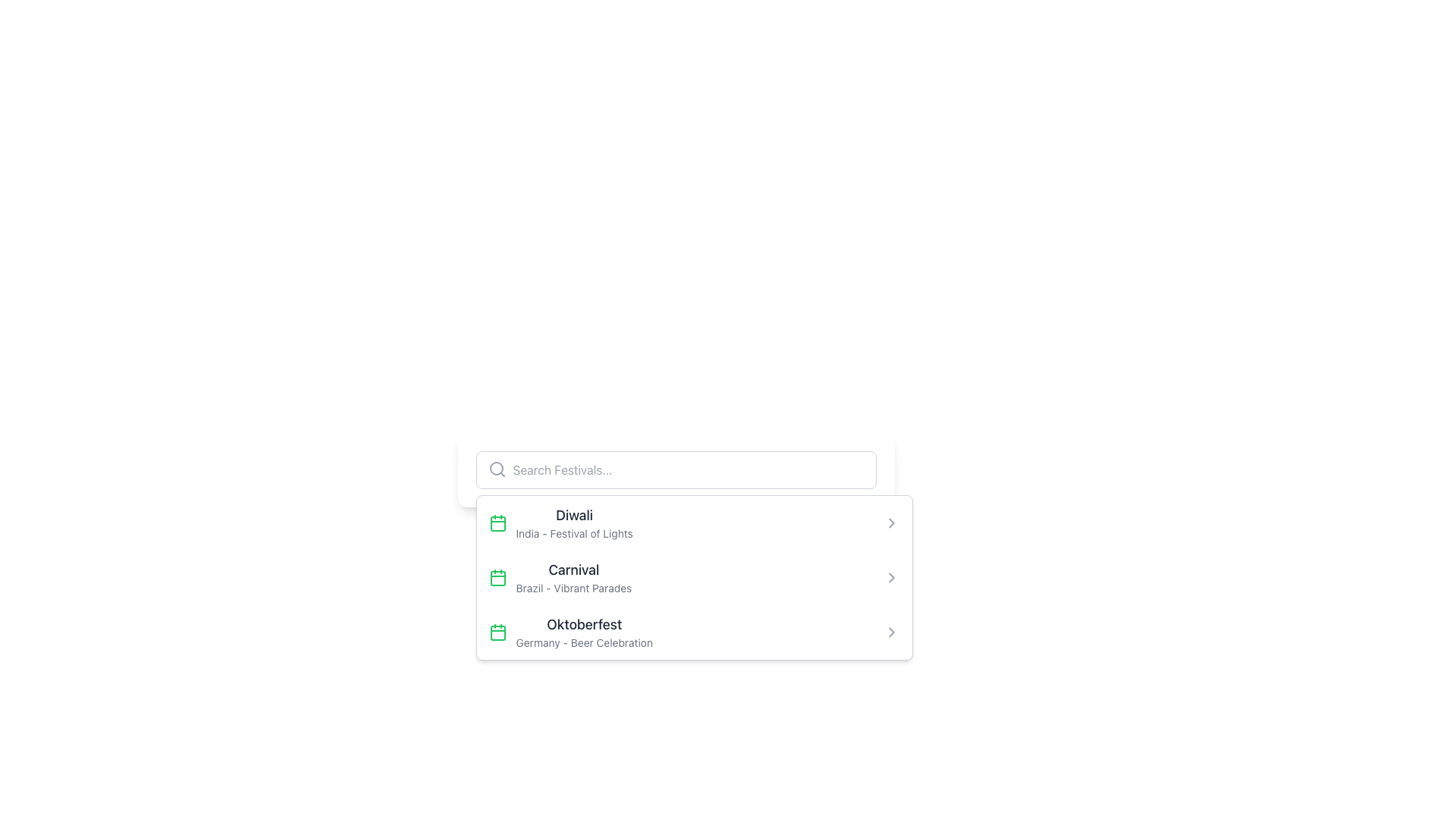  Describe the element at coordinates (891, 578) in the screenshot. I see `the rightward-pointing chevron icon located at the far right end of the 'Carnival - Brazil - Vibrant Parades' list item to initiate navigation or reveal more information` at that location.